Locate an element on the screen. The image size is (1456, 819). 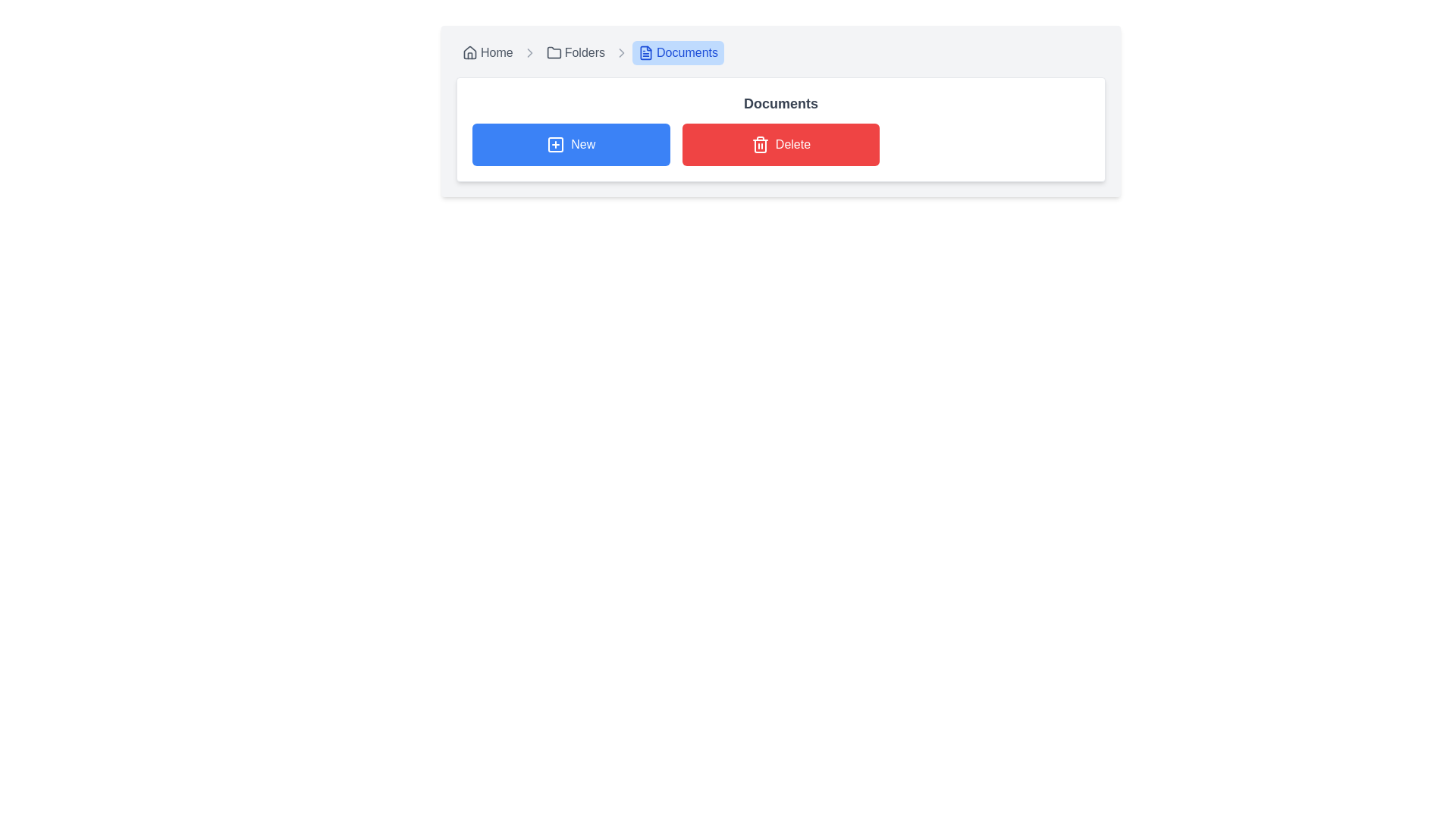
the Chevron icon that visually separates the 'Folders' and 'Documents' breadcrumb items in the navigation bar is located at coordinates (529, 52).